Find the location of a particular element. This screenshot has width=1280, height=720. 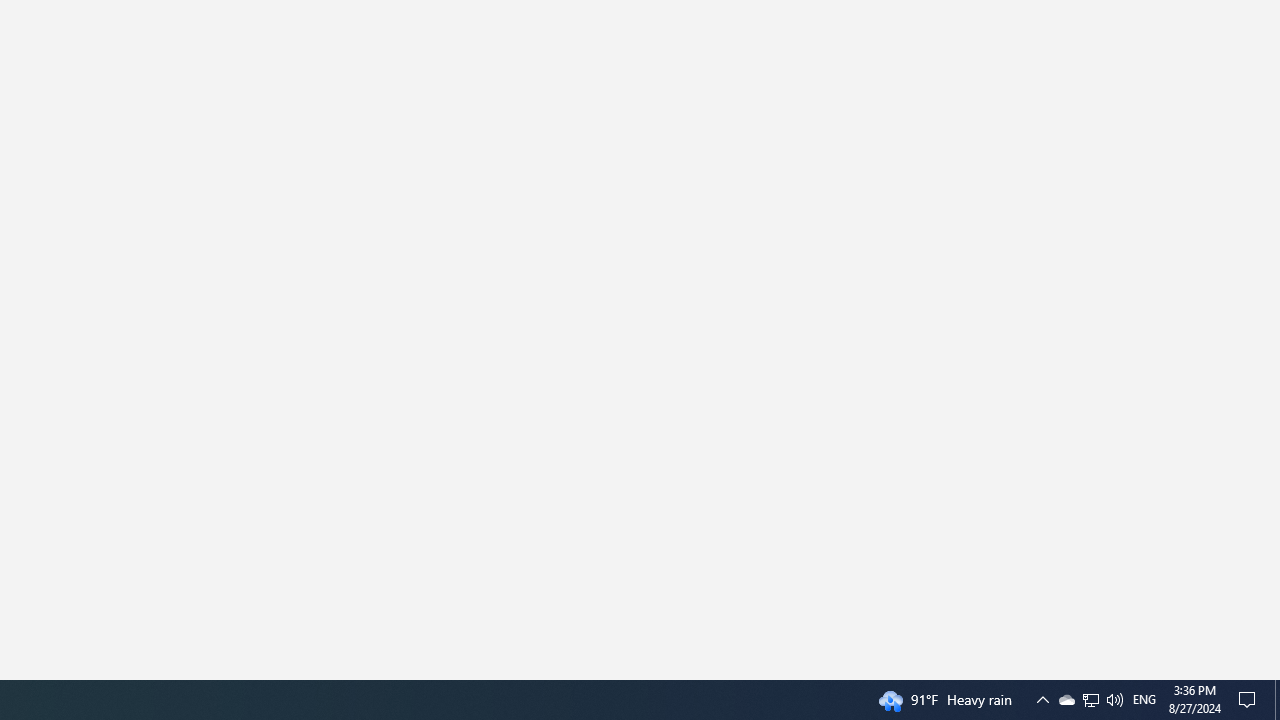

'Vertical Small Increase' is located at coordinates (1271, 672).